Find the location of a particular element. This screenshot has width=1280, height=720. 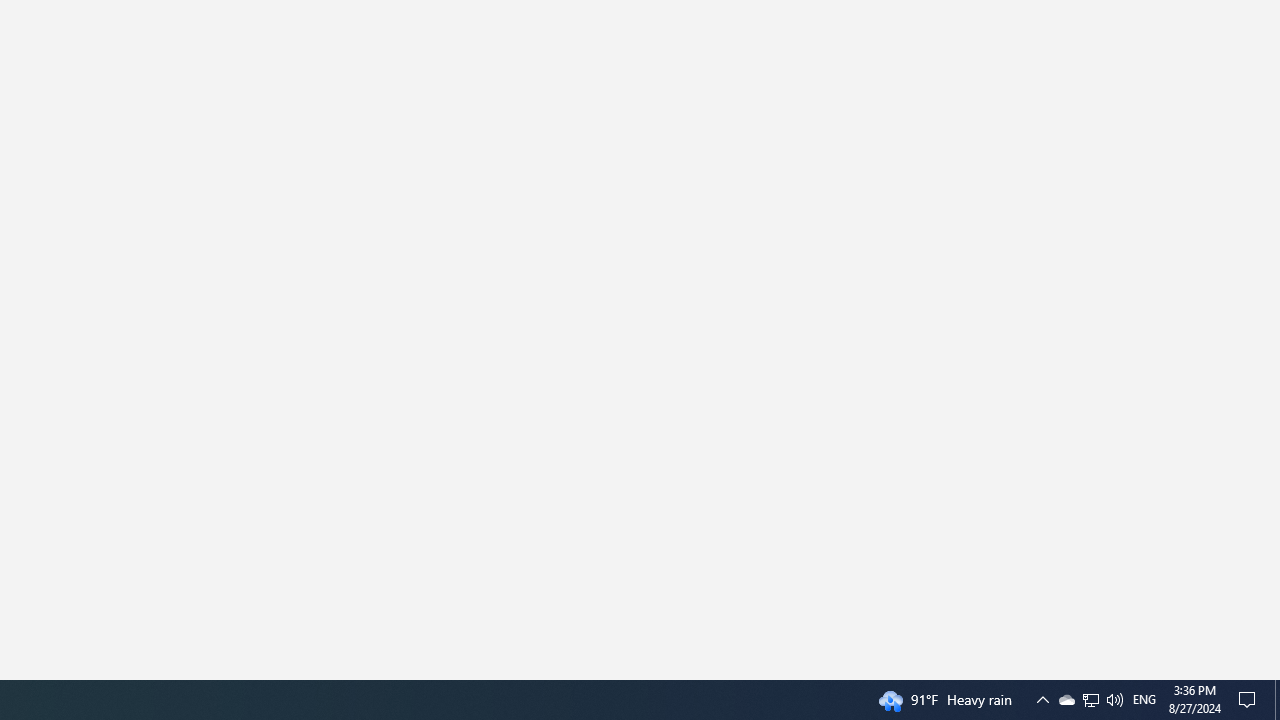

'Vertical Small Increase' is located at coordinates (1271, 672).